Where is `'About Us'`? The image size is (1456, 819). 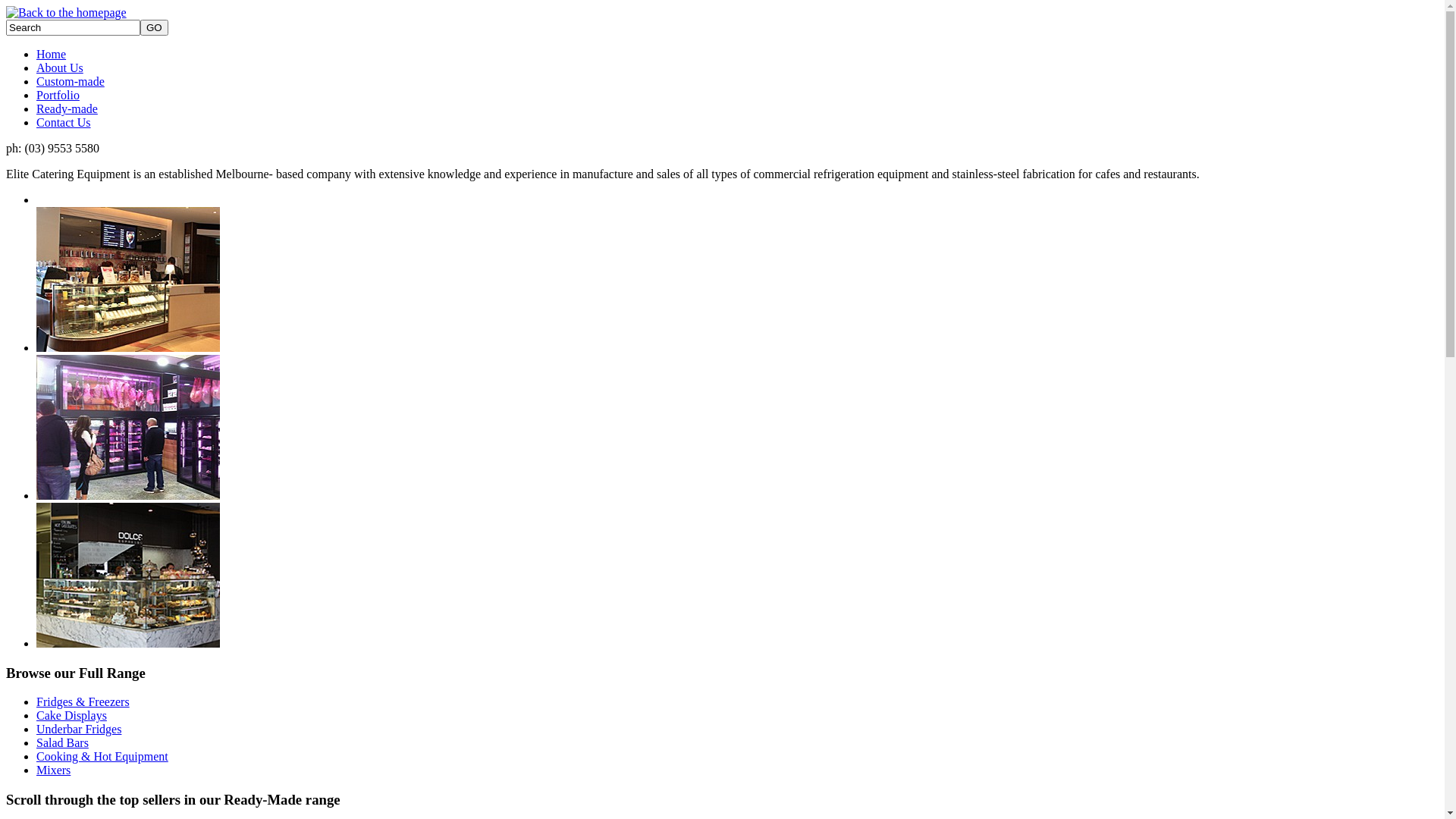
'About Us' is located at coordinates (36, 67).